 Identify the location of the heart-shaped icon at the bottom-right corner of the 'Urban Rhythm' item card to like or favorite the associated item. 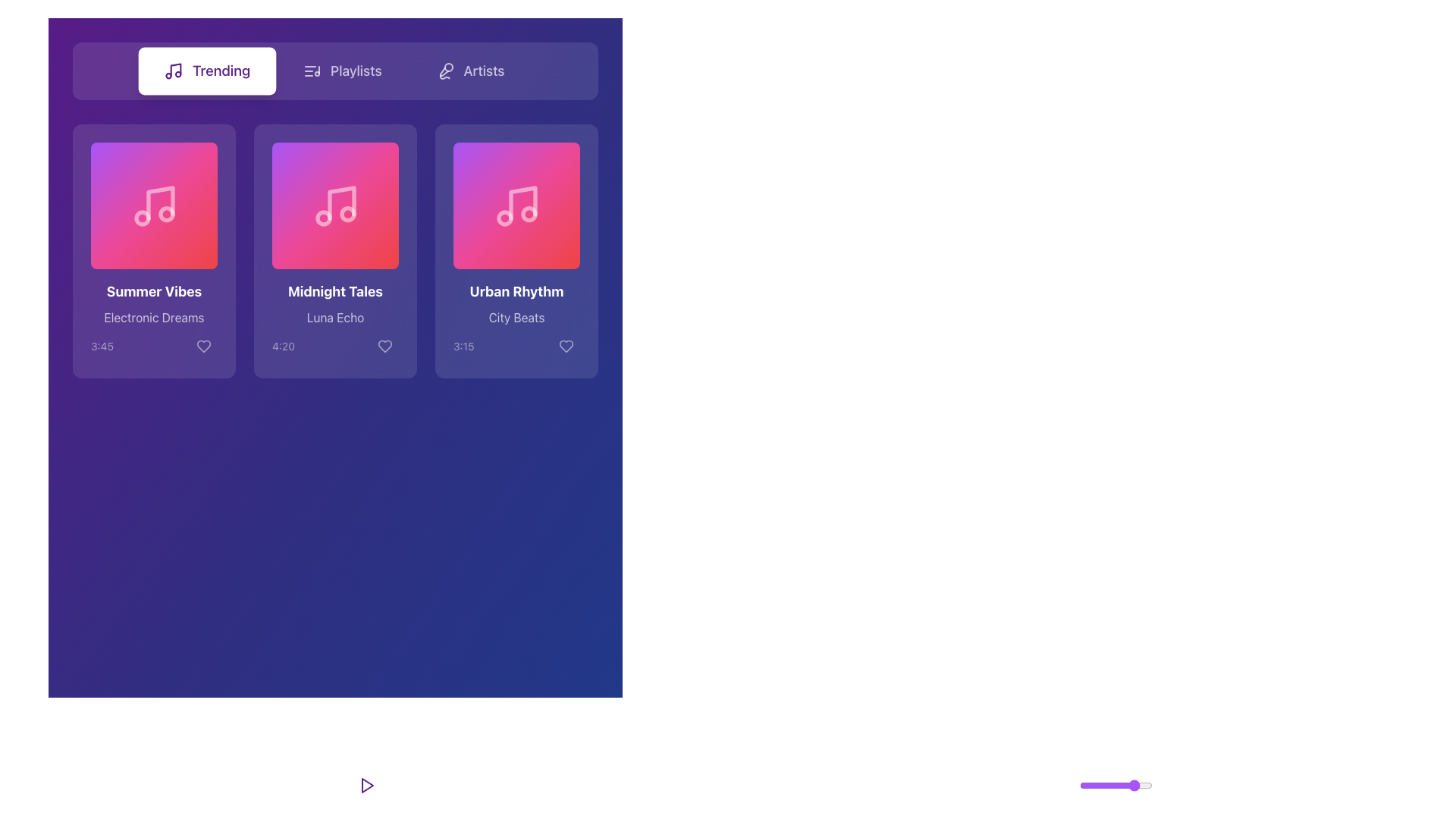
(566, 346).